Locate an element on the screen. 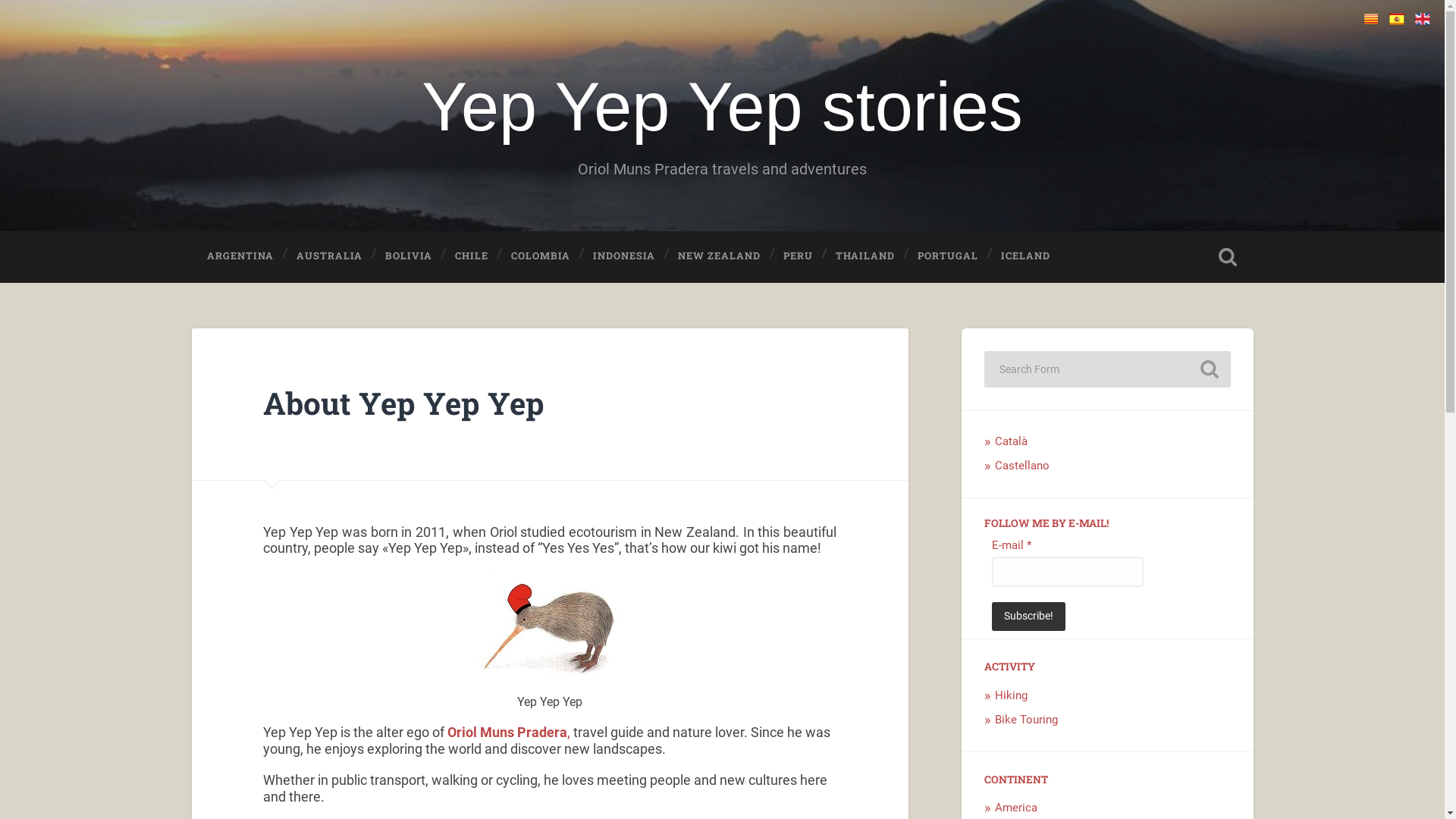  'Catalan' is located at coordinates (1371, 18).